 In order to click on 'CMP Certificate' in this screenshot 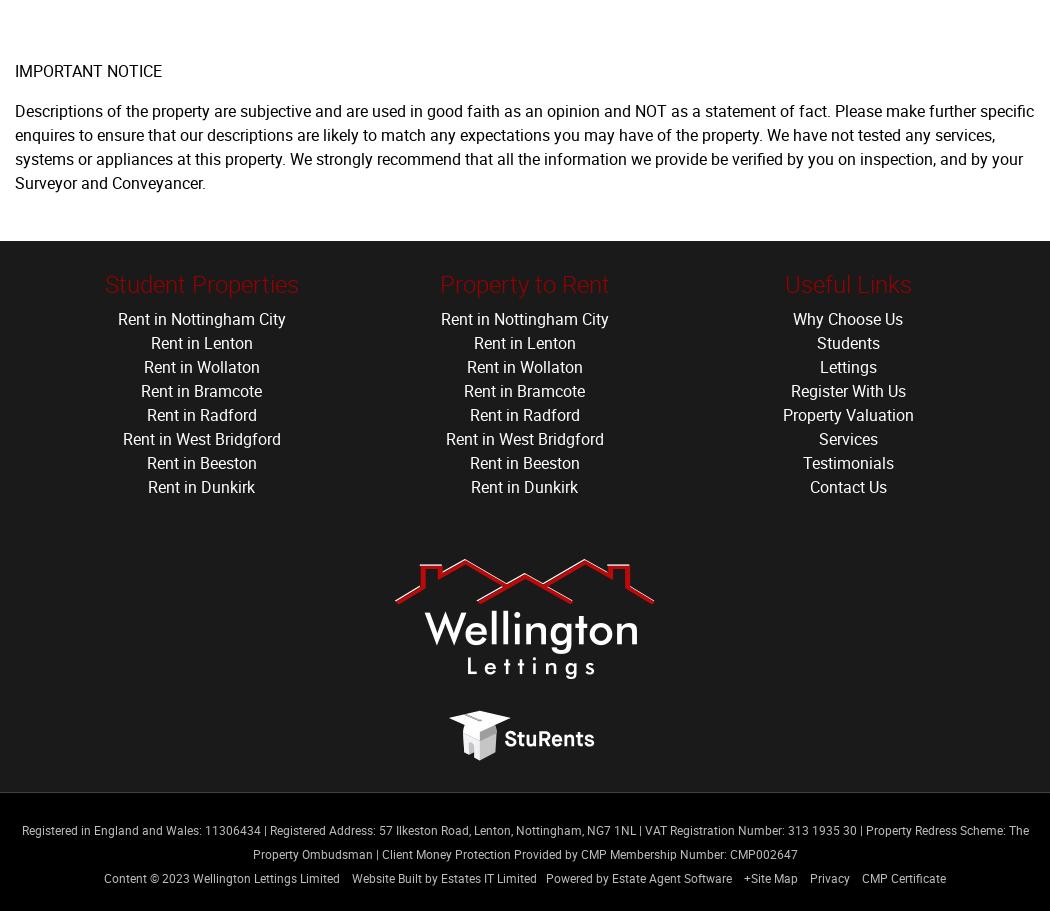, I will do `click(862, 876)`.